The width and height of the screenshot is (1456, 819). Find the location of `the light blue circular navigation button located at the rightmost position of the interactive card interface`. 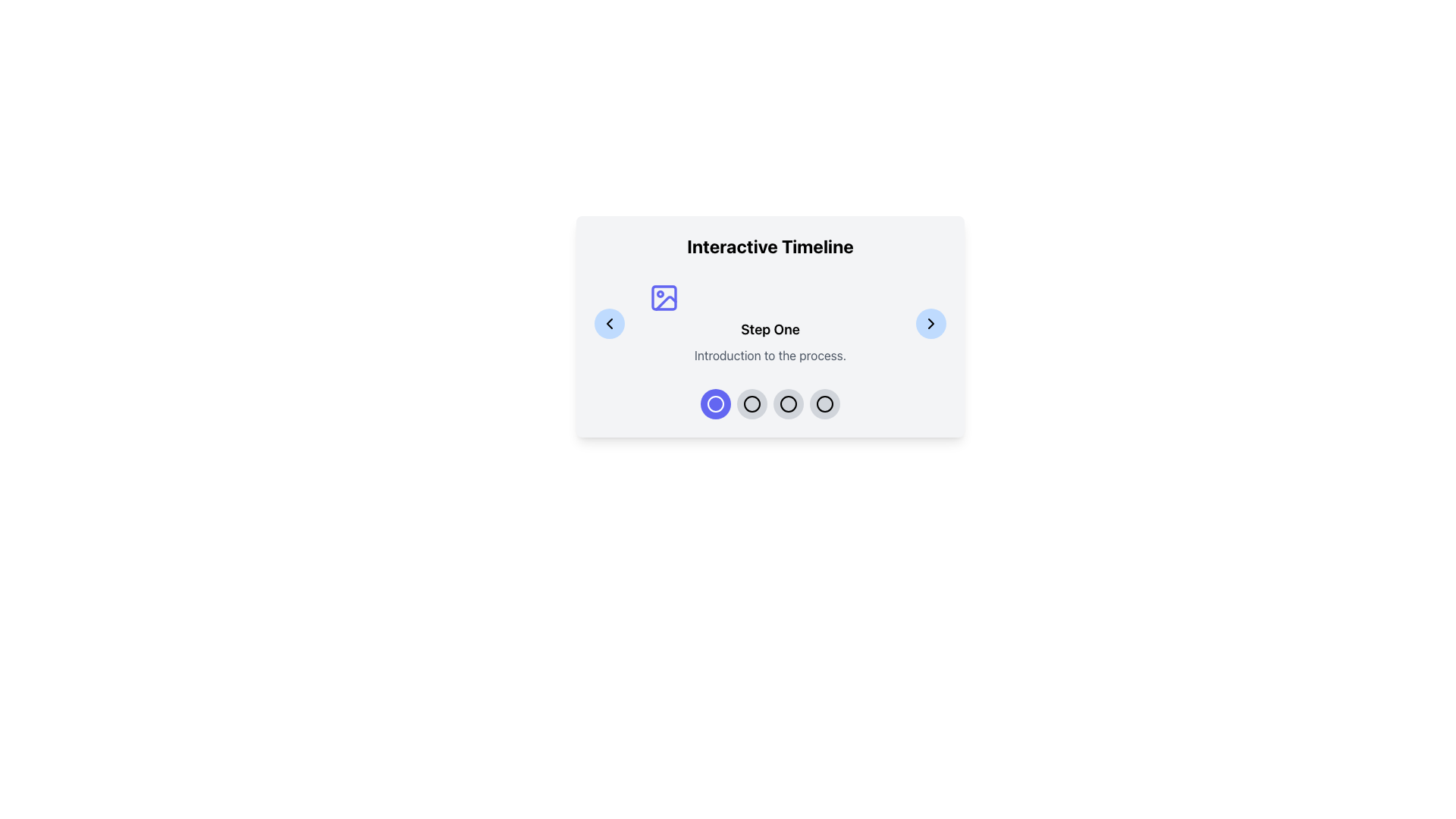

the light blue circular navigation button located at the rightmost position of the interactive card interface is located at coordinates (930, 323).